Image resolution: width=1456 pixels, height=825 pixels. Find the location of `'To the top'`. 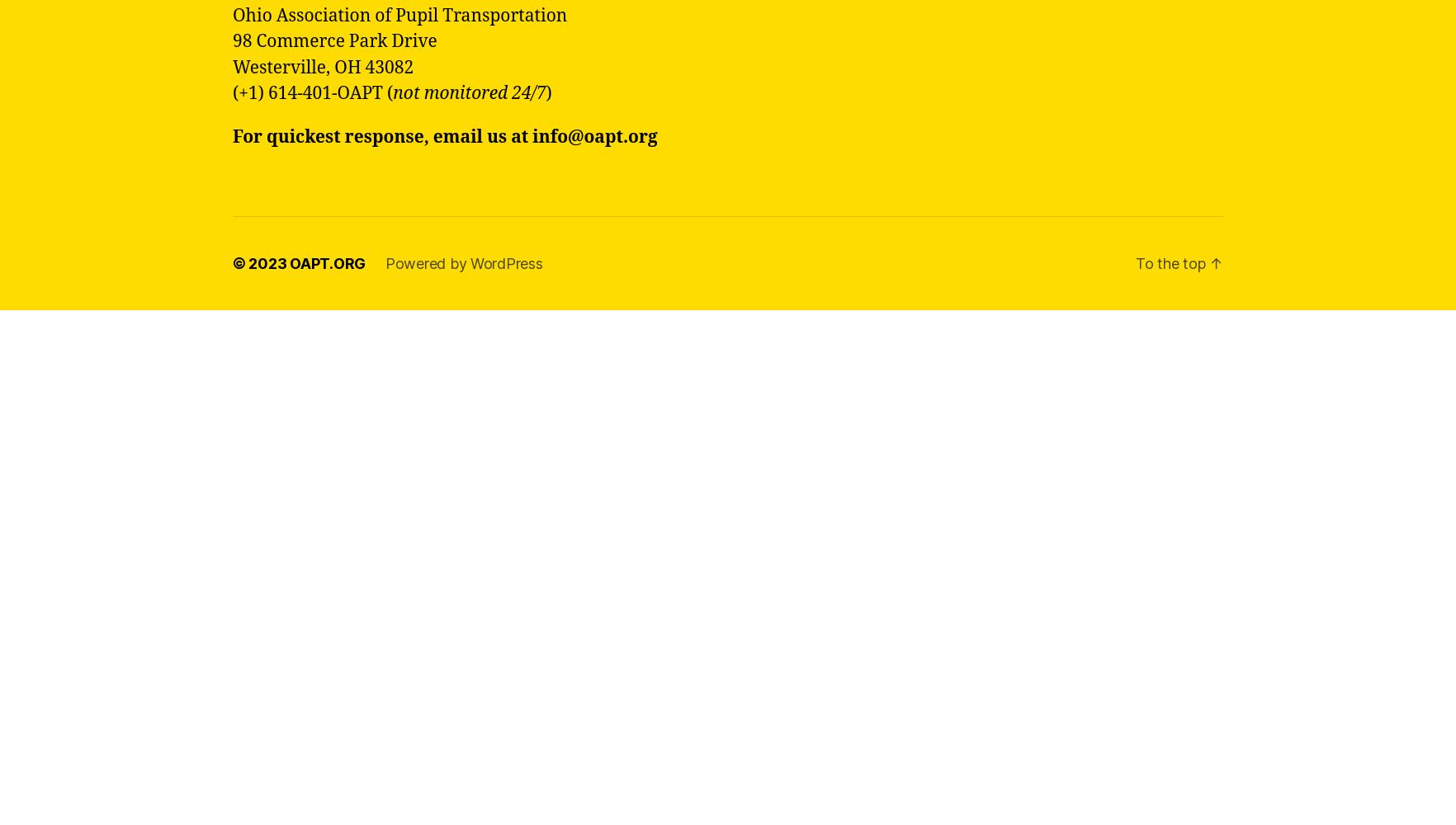

'To the top' is located at coordinates (1172, 262).